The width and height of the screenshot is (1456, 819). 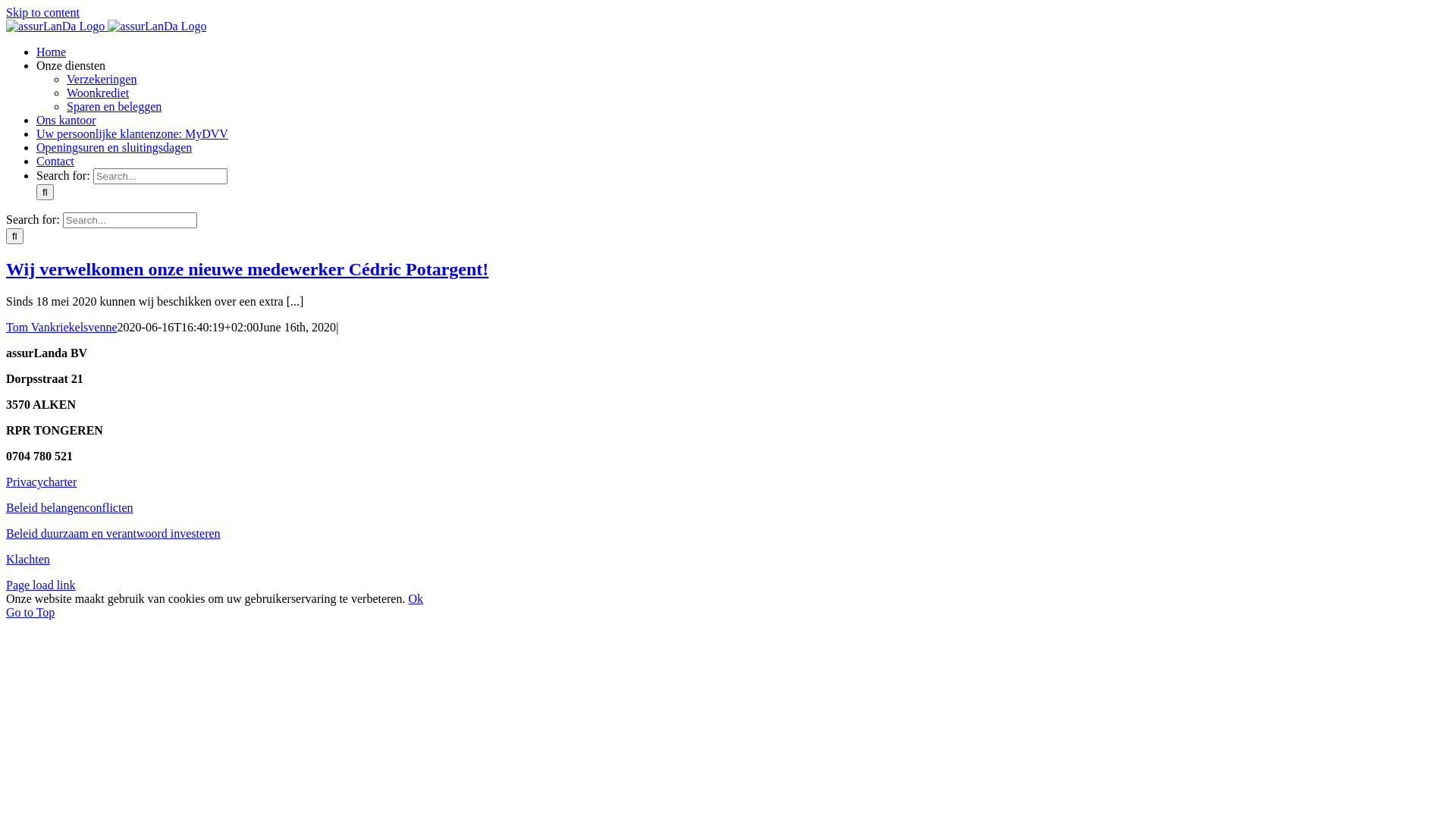 I want to click on 'Ons kantoor', so click(x=65, y=119).